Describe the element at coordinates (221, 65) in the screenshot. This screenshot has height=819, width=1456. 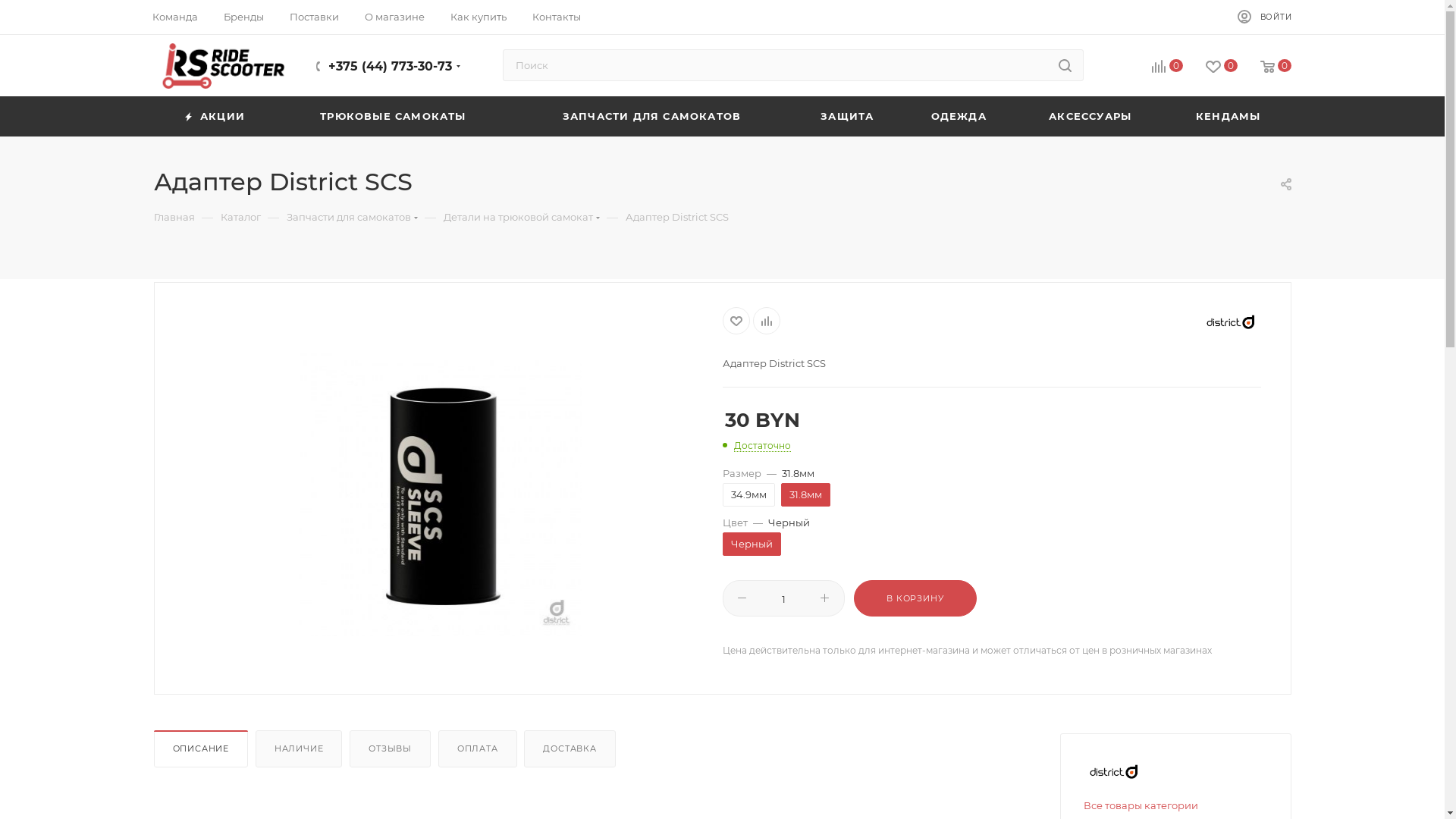
I see `'Ride scooter'` at that location.